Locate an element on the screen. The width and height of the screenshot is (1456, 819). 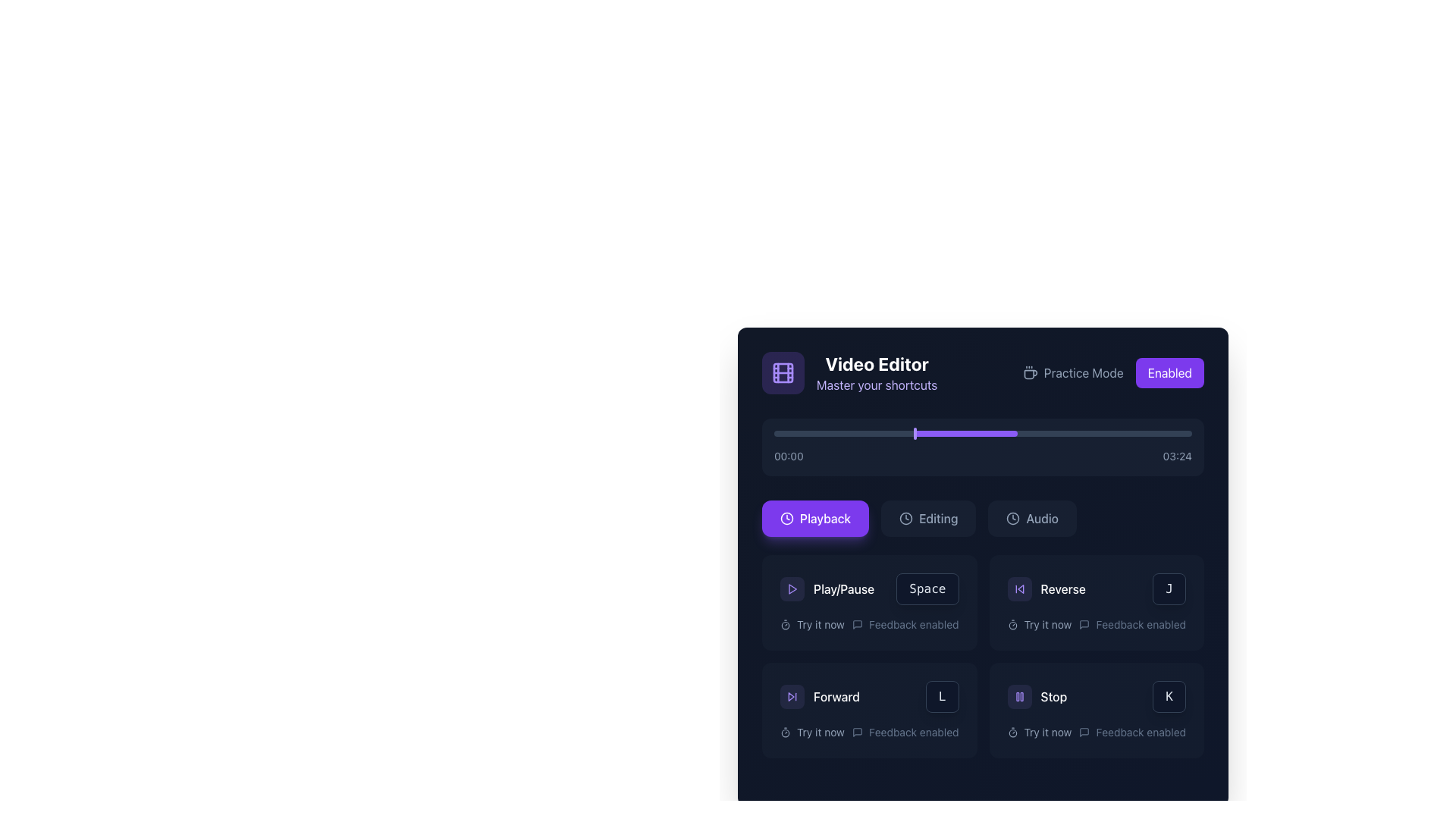
the rounded rectangular button with a violet background and 'skip back' icon in the 'Reverse' section of the interface is located at coordinates (1019, 588).